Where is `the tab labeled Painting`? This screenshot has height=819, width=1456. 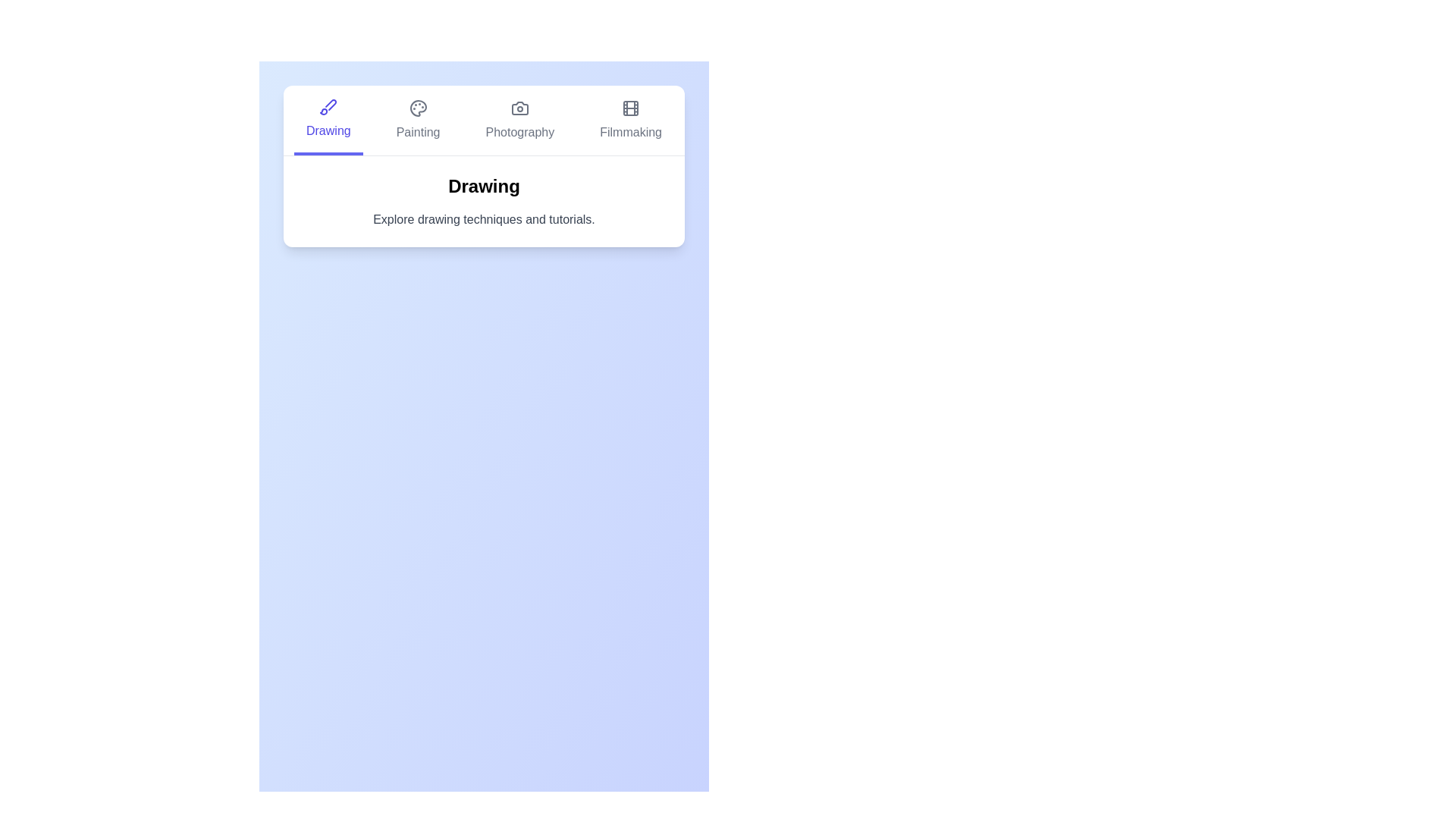 the tab labeled Painting is located at coordinates (418, 119).